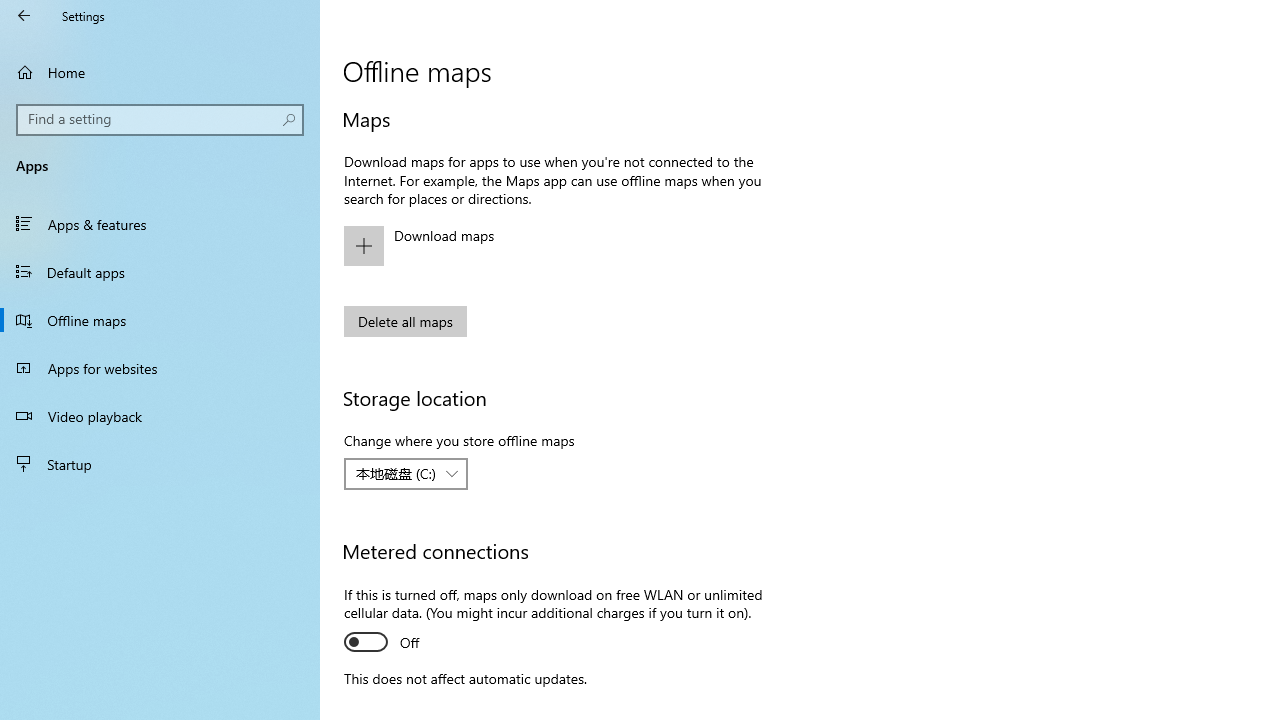  Describe the element at coordinates (160, 119) in the screenshot. I see `'Search box, Find a setting'` at that location.